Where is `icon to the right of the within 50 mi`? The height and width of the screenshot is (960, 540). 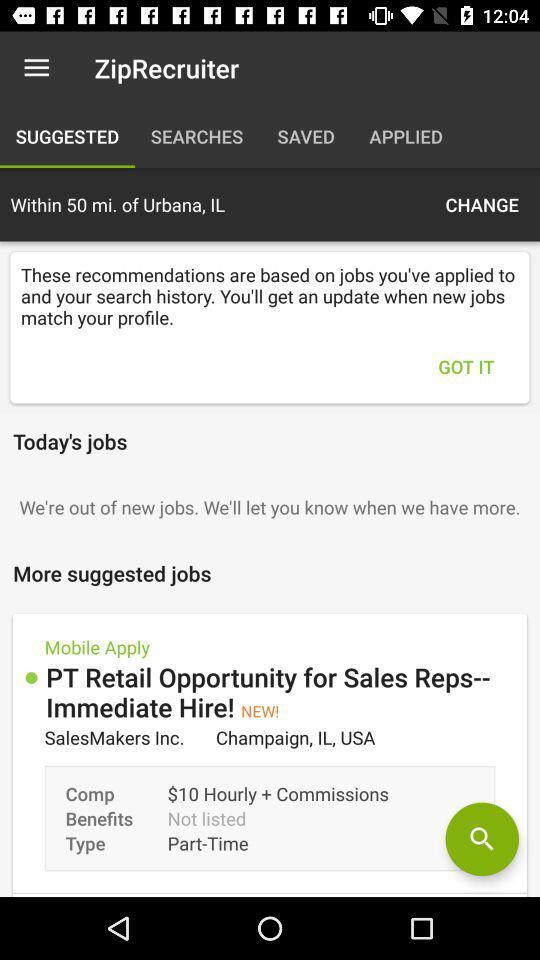
icon to the right of the within 50 mi is located at coordinates (481, 204).